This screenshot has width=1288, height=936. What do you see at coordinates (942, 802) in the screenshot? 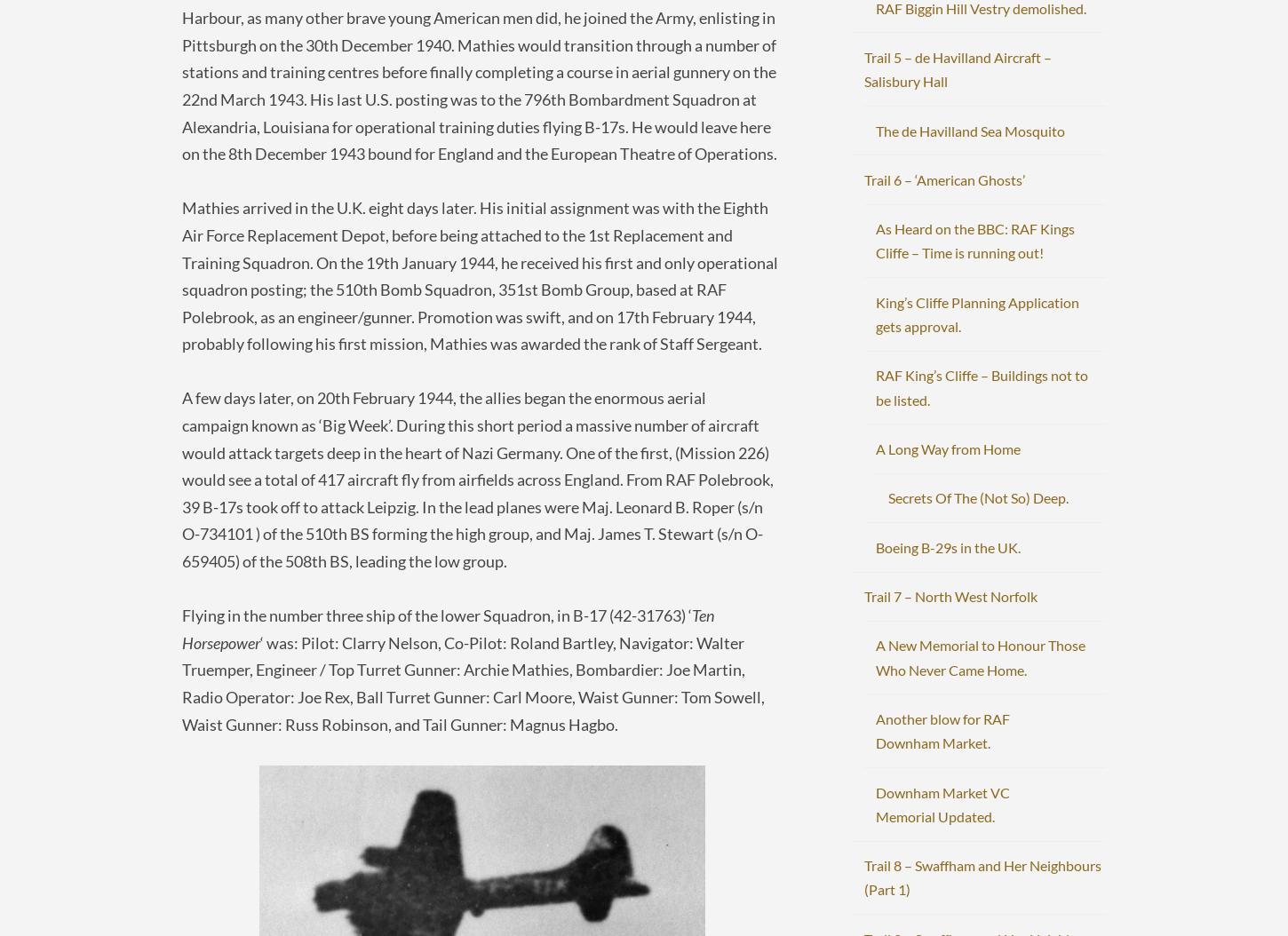
I see `'Downham Market VC Memorial Updated.'` at bounding box center [942, 802].